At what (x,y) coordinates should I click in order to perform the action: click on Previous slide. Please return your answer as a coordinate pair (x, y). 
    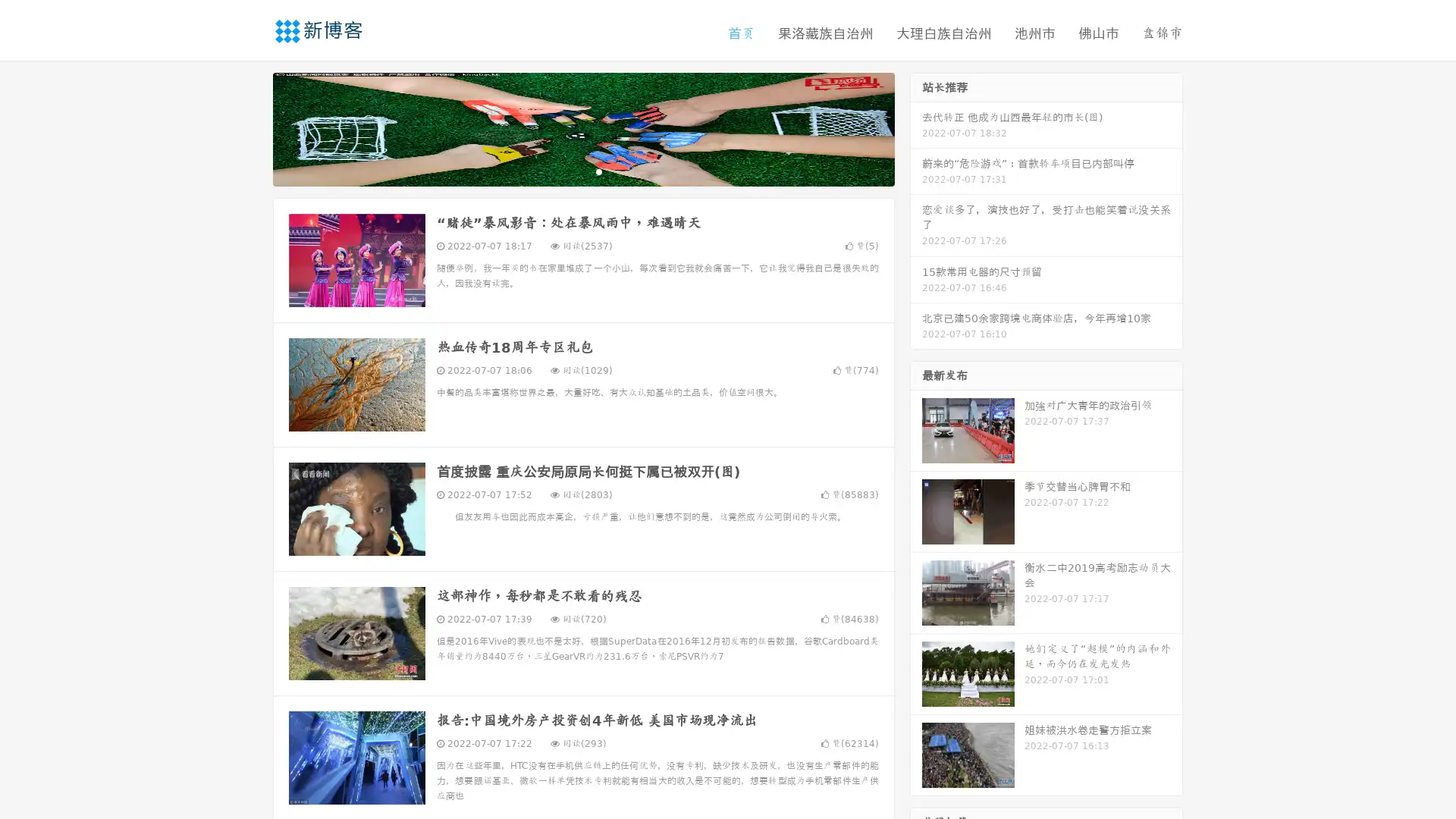
    Looking at the image, I should click on (250, 127).